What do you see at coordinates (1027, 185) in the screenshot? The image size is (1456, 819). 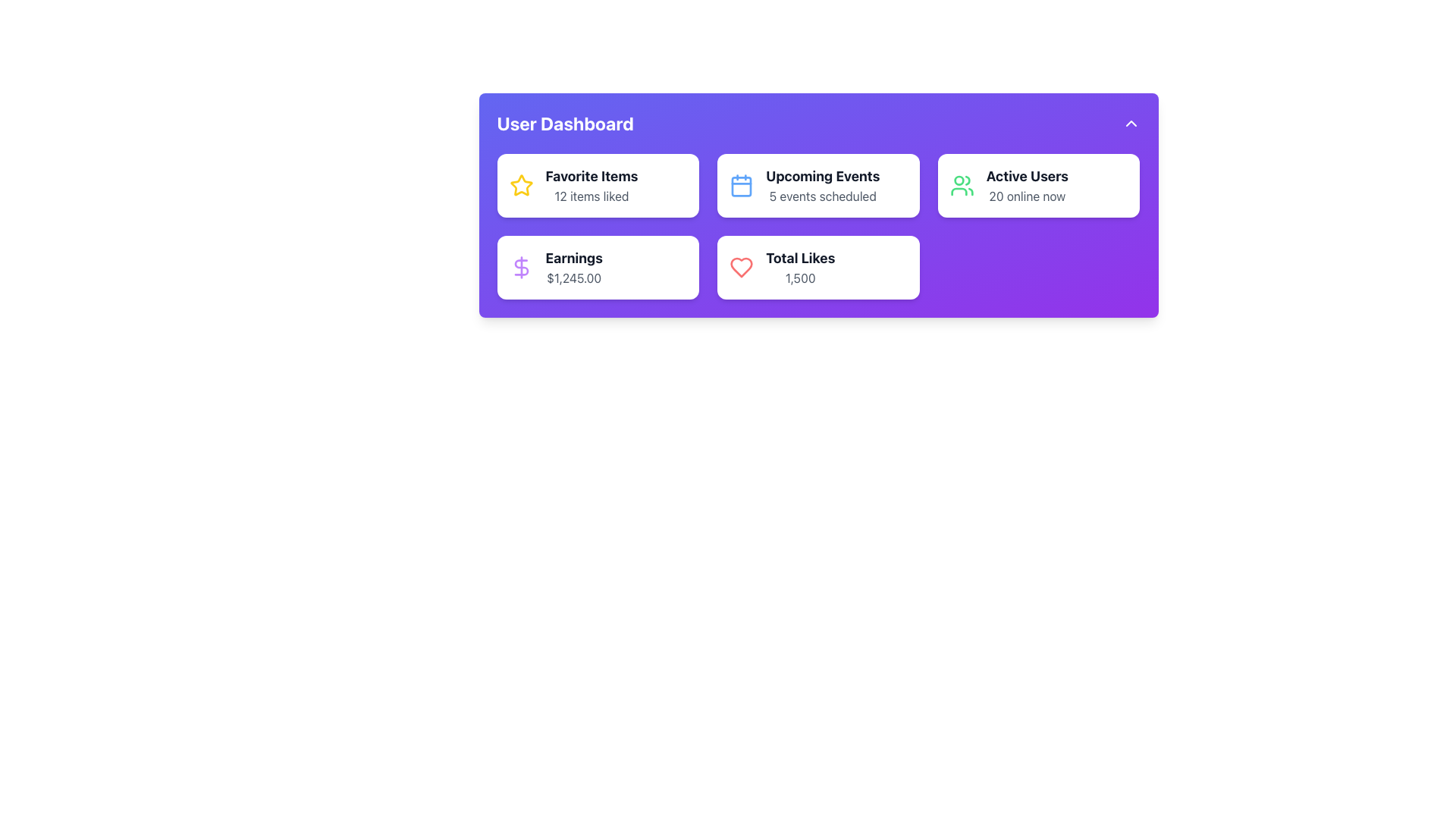 I see `the Text Display element that shows 'Active Users' and '20 online now', located in the top-right corner of a white card within a four-card grid layout` at bounding box center [1027, 185].